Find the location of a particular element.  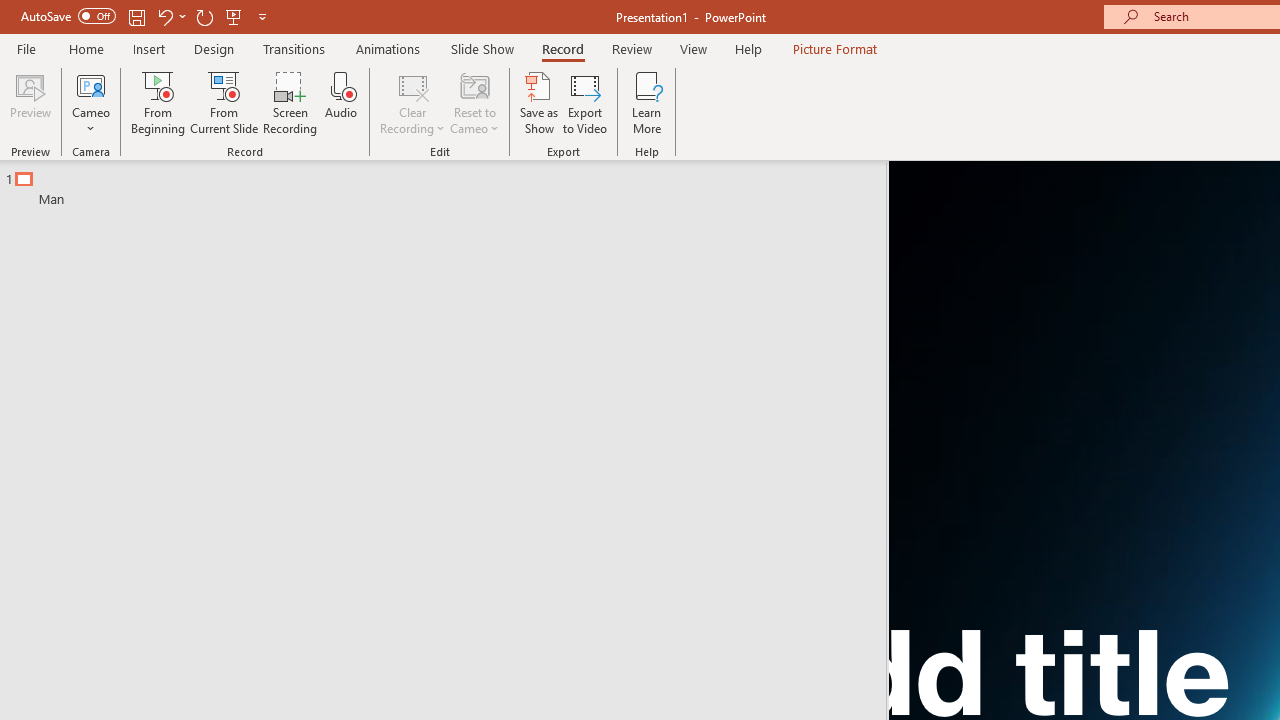

'Customize Quick Access Toolbar' is located at coordinates (262, 16).